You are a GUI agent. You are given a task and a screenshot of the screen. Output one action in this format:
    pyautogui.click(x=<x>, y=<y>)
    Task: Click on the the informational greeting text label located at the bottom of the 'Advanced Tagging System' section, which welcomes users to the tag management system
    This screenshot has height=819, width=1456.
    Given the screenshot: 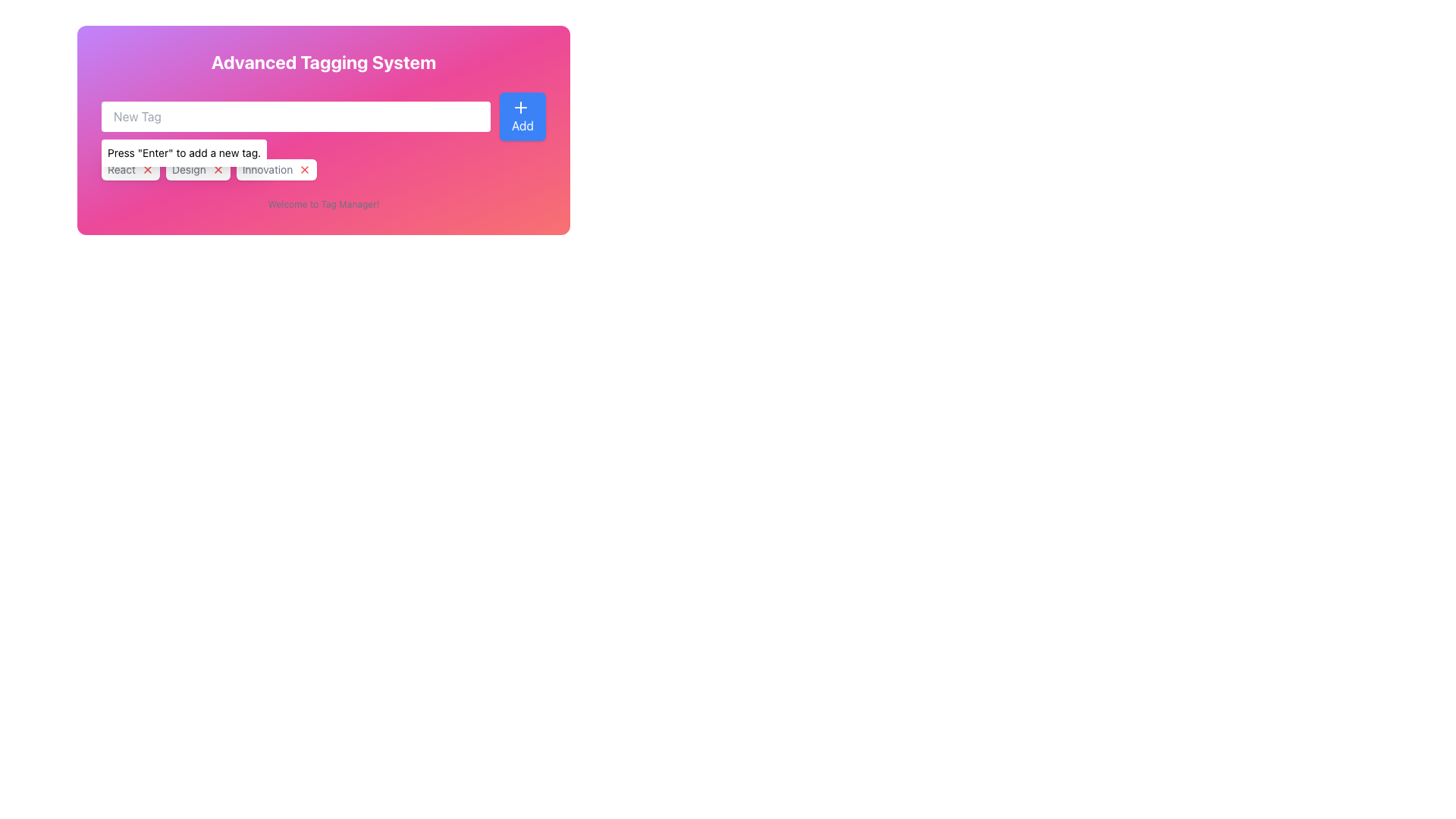 What is the action you would take?
    pyautogui.click(x=323, y=205)
    